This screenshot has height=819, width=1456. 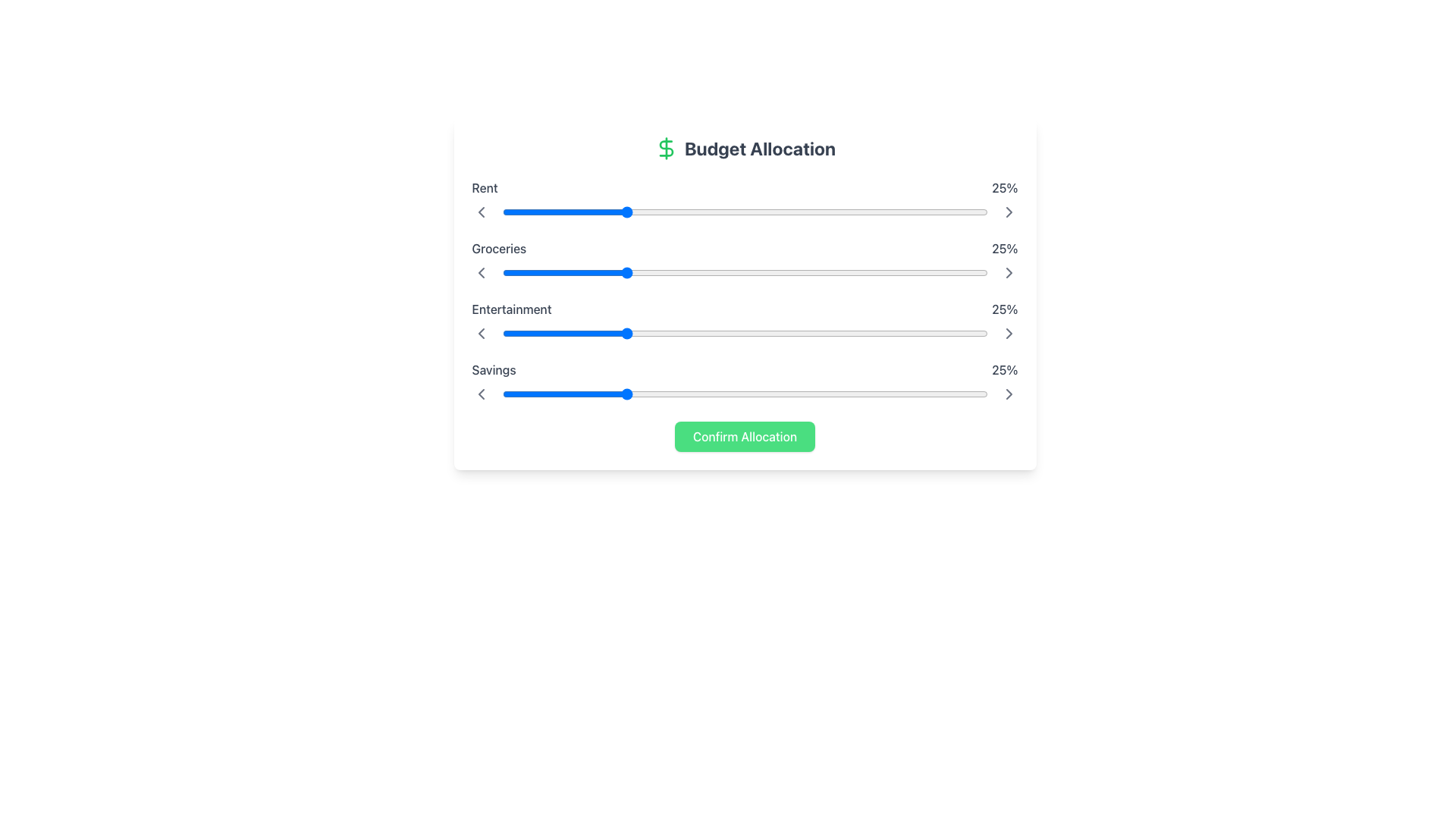 What do you see at coordinates (666, 149) in the screenshot?
I see `the decorative icon representing financial functions, located to the left of the text 'Budget Allocation'` at bounding box center [666, 149].